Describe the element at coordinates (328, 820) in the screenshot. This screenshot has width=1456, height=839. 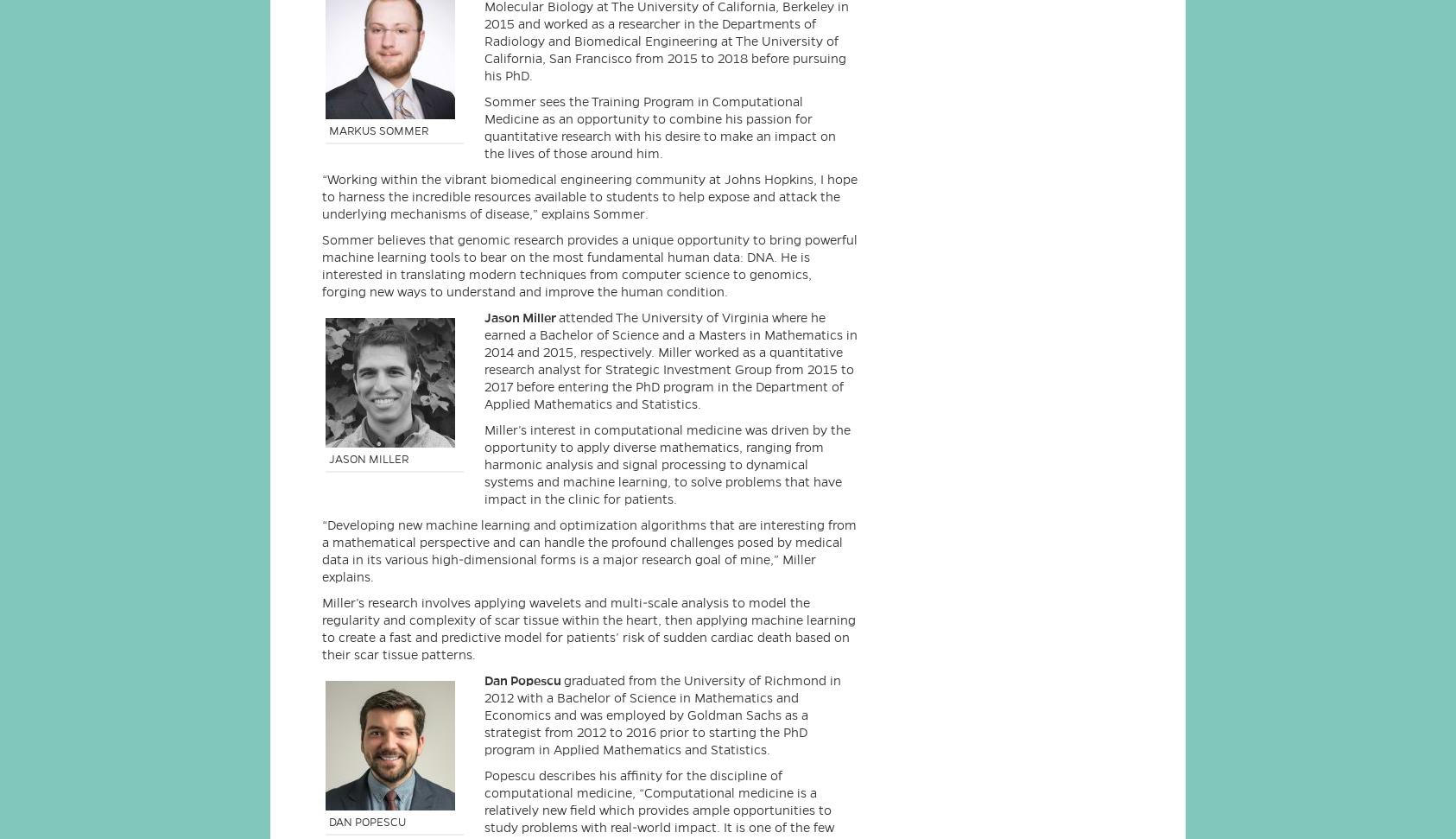
I see `'DAN POPESCU'` at that location.